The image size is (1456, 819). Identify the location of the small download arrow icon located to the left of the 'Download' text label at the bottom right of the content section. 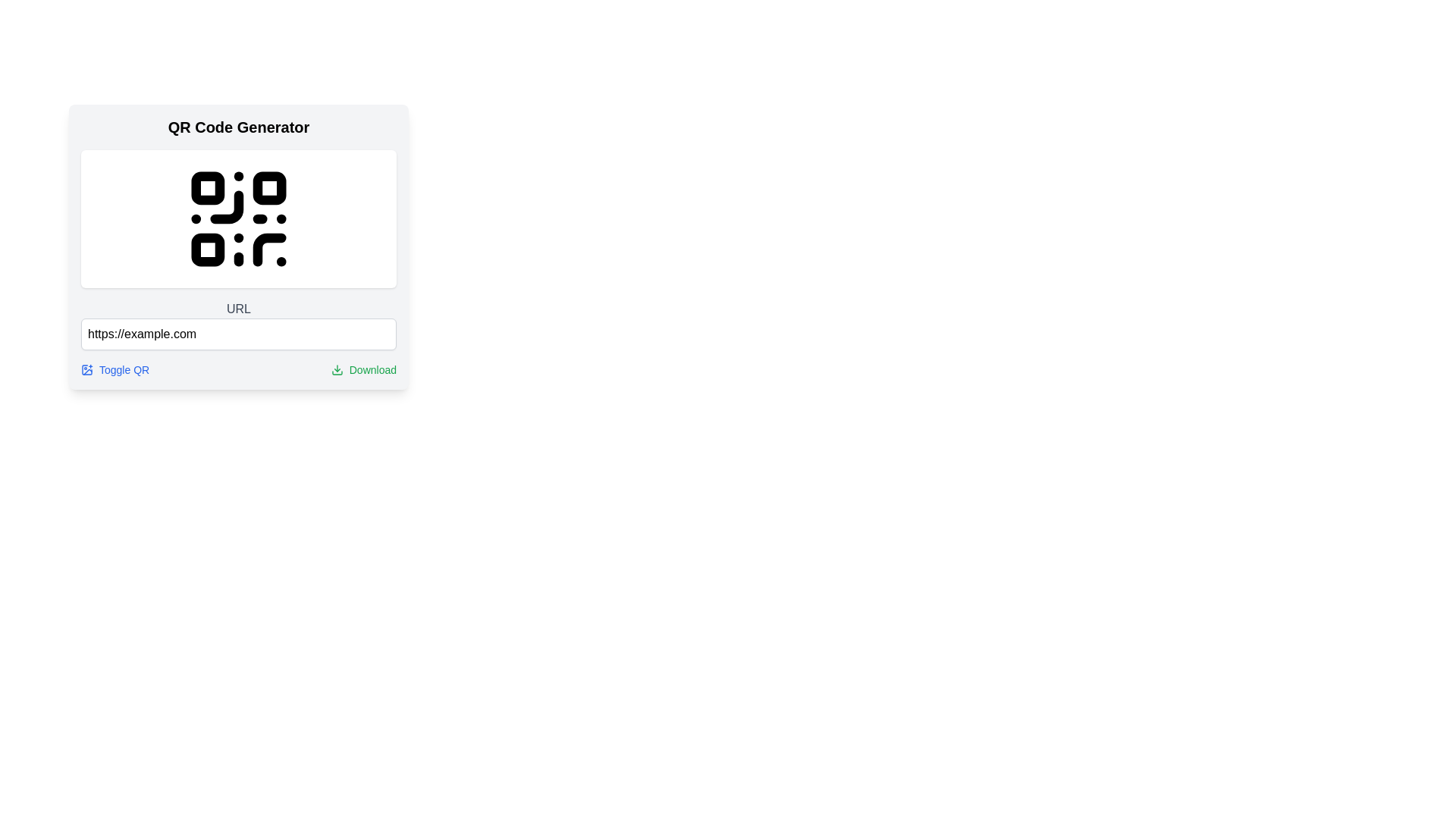
(336, 370).